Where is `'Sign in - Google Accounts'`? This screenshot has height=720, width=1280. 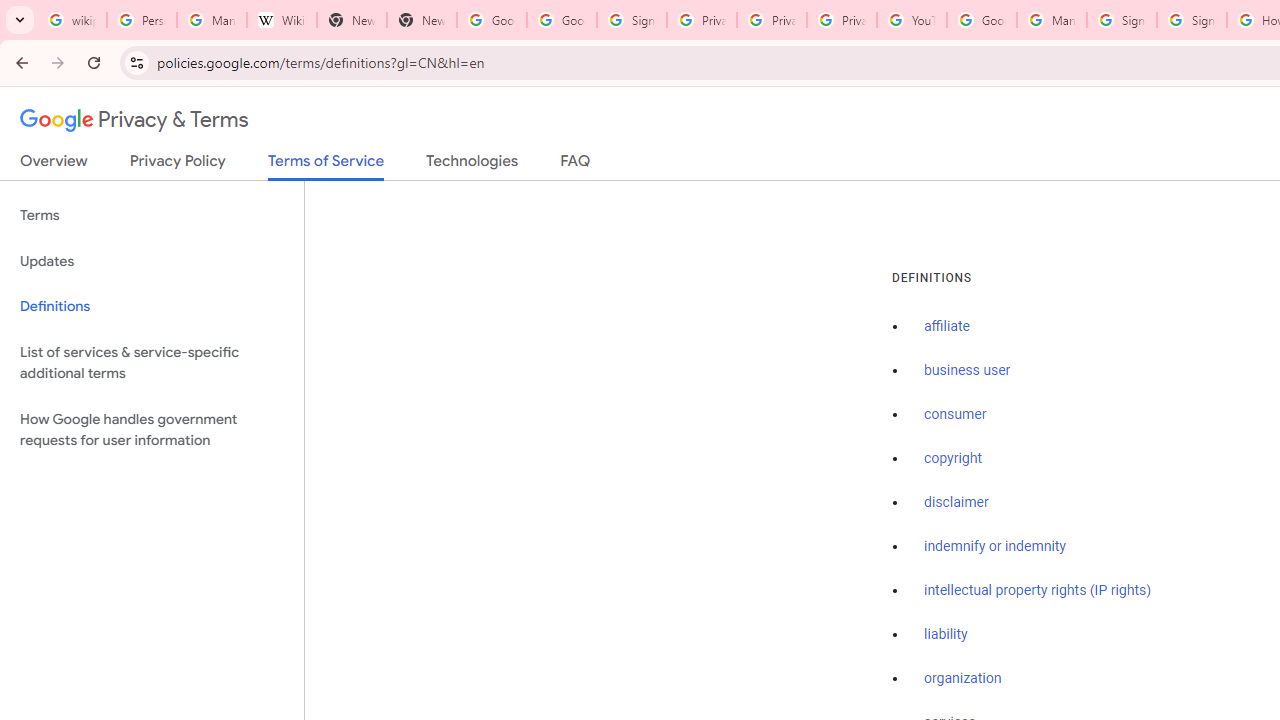 'Sign in - Google Accounts' is located at coordinates (1121, 20).